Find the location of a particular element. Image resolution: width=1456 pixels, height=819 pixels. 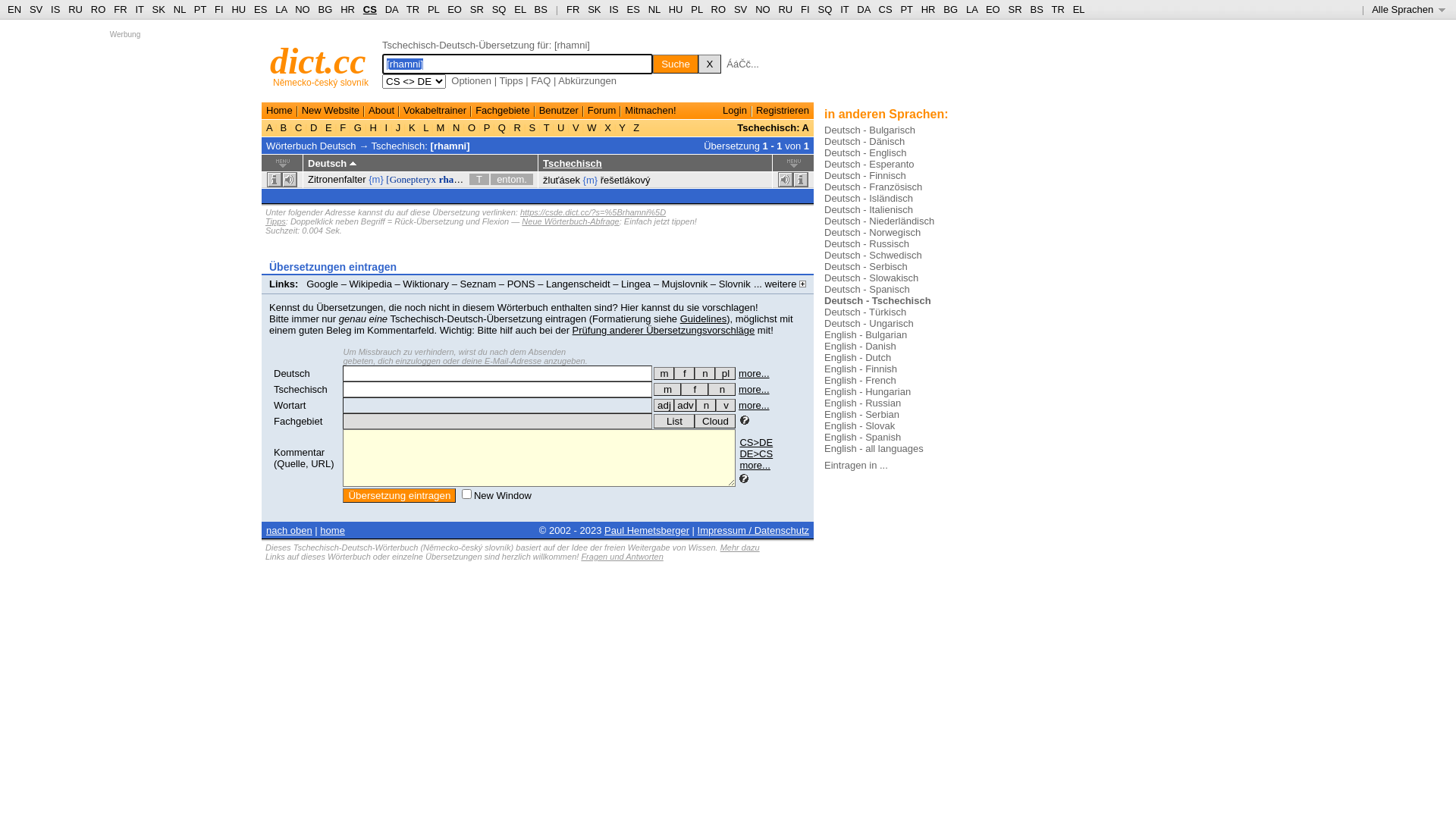

'NO' is located at coordinates (763, 9).